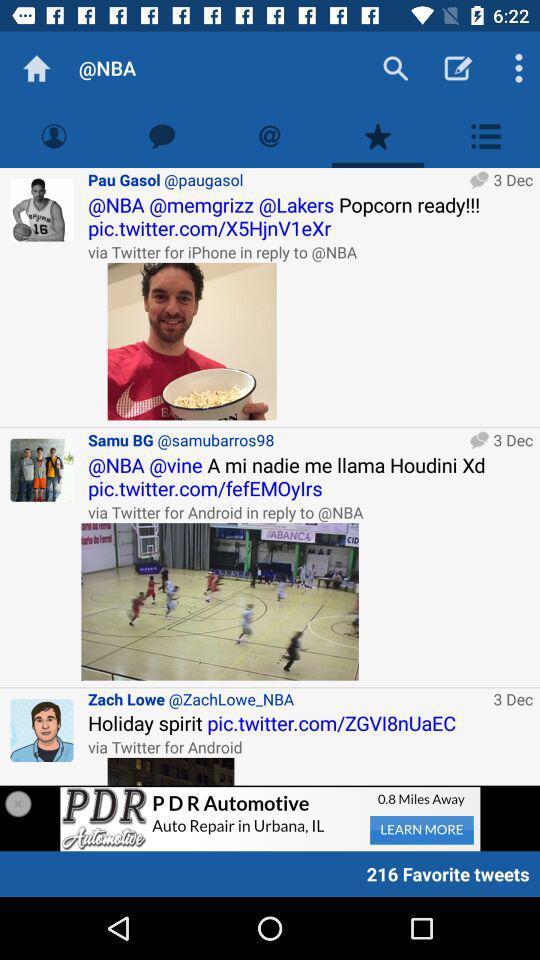  Describe the element at coordinates (219, 600) in the screenshot. I see `enlarge picture` at that location.